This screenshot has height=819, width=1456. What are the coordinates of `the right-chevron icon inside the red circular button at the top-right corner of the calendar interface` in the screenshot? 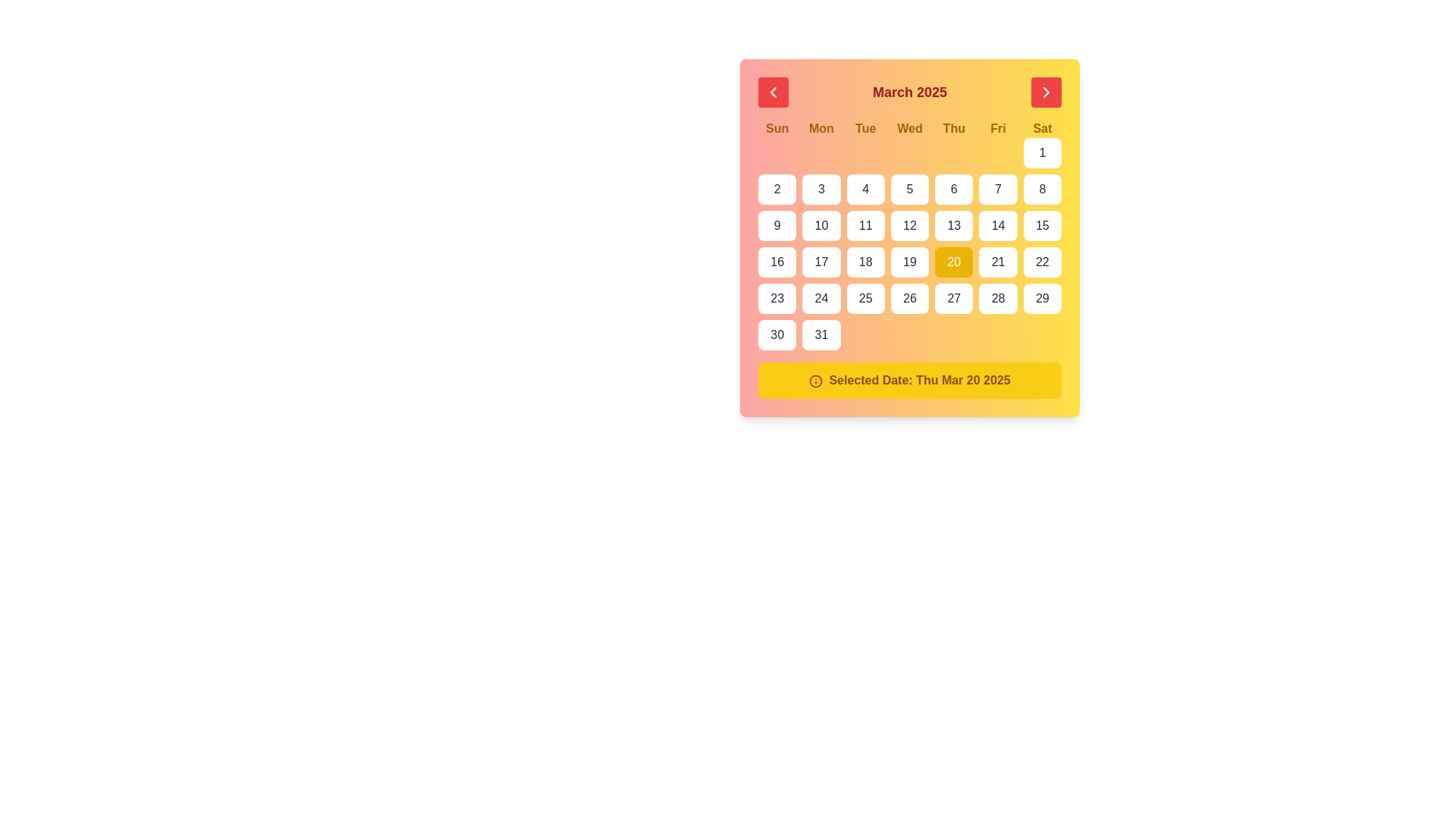 It's located at (1046, 93).